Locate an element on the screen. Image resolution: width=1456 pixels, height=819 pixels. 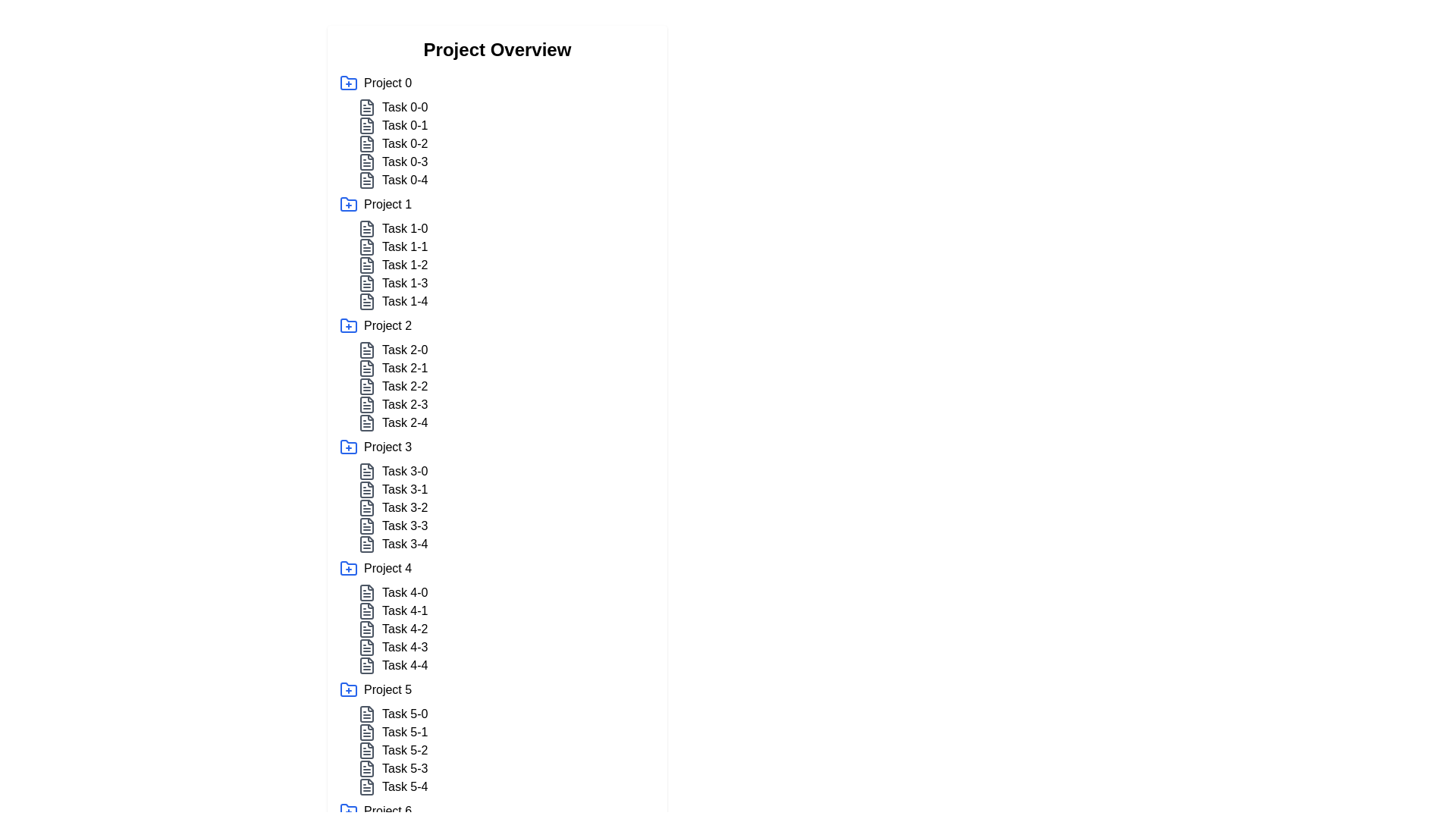
the text label 'Task 1-4' which is the fifth item under the header 'Project 1' in the task list for selection or navigation is located at coordinates (405, 301).